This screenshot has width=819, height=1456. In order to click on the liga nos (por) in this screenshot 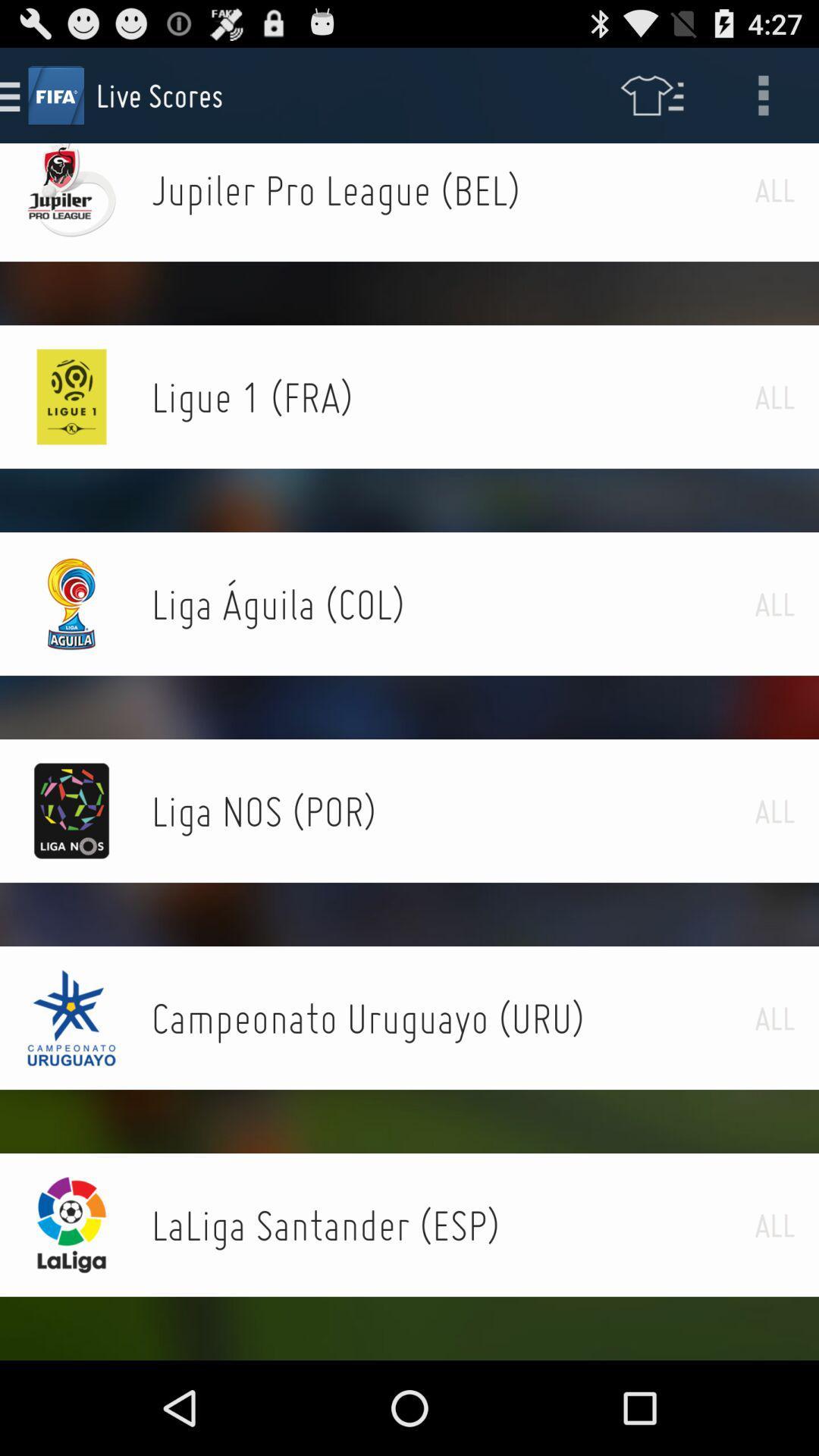, I will do `click(452, 810)`.